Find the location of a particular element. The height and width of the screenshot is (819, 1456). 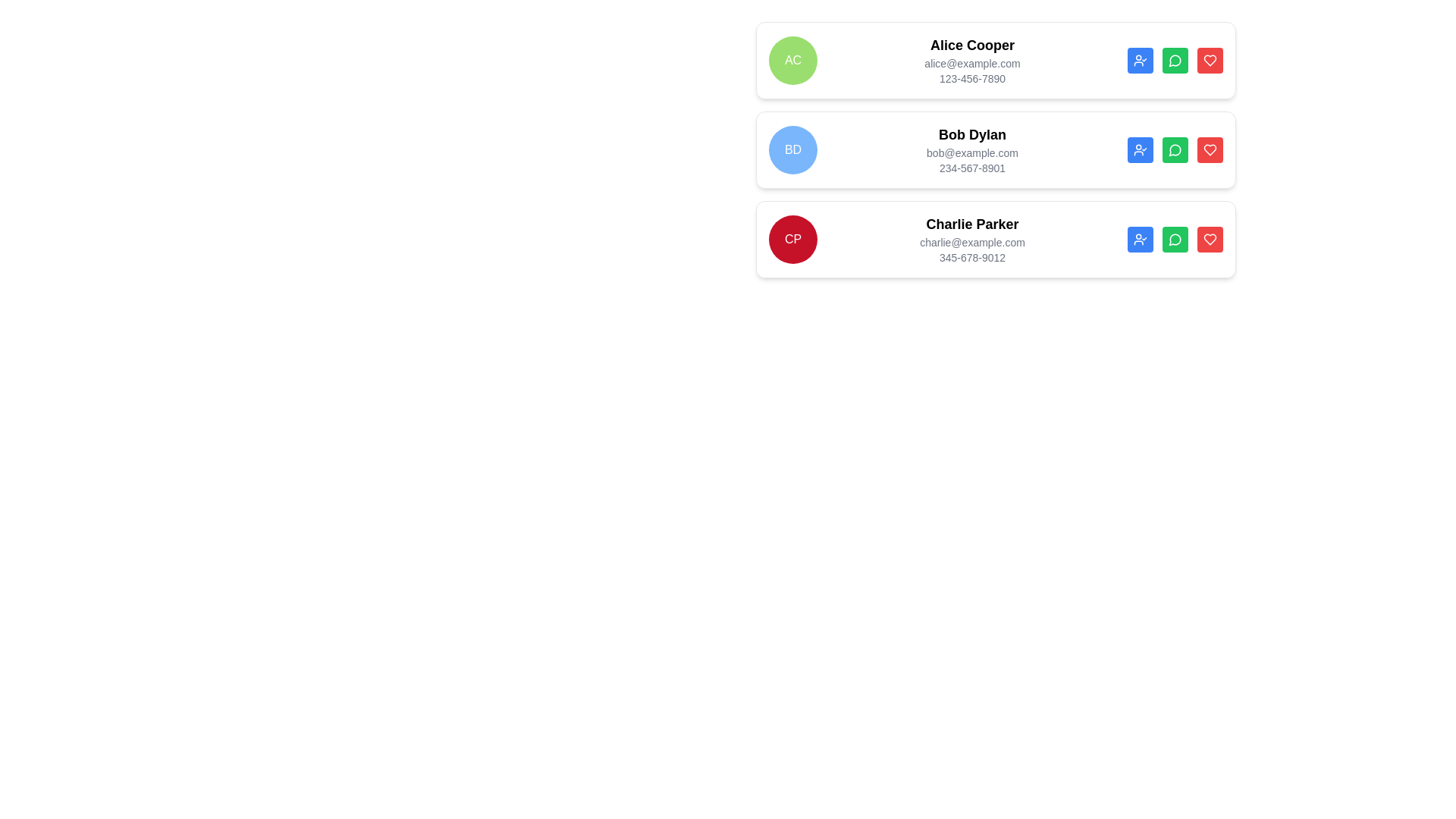

or copy the text information displayed on the user profile card, which includes details about the individual such as their name, email, and phone number. This profile card is the second in a vertical stack of three cards is located at coordinates (996, 149).